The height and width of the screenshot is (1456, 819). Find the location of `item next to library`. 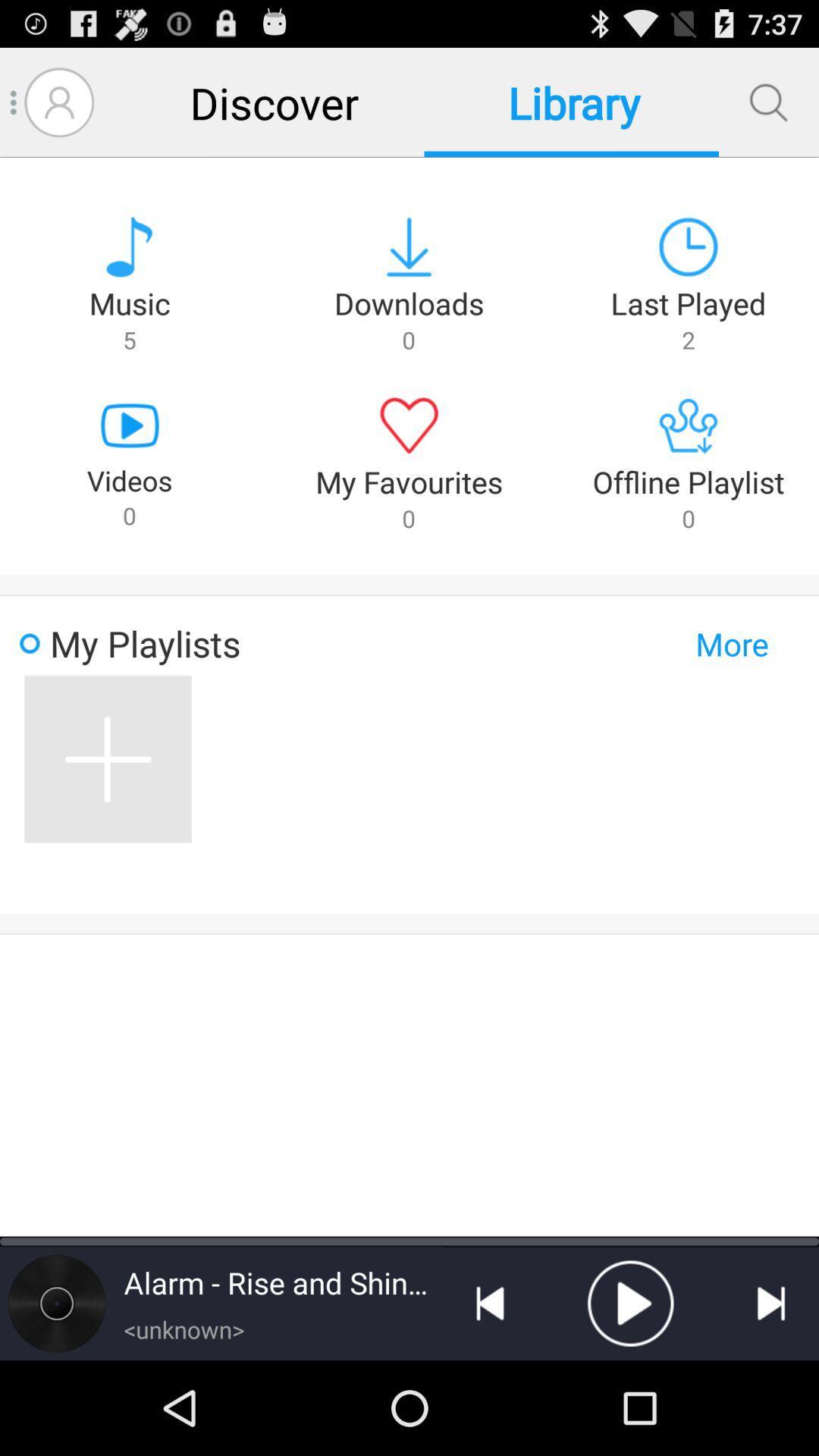

item next to library is located at coordinates (768, 102).